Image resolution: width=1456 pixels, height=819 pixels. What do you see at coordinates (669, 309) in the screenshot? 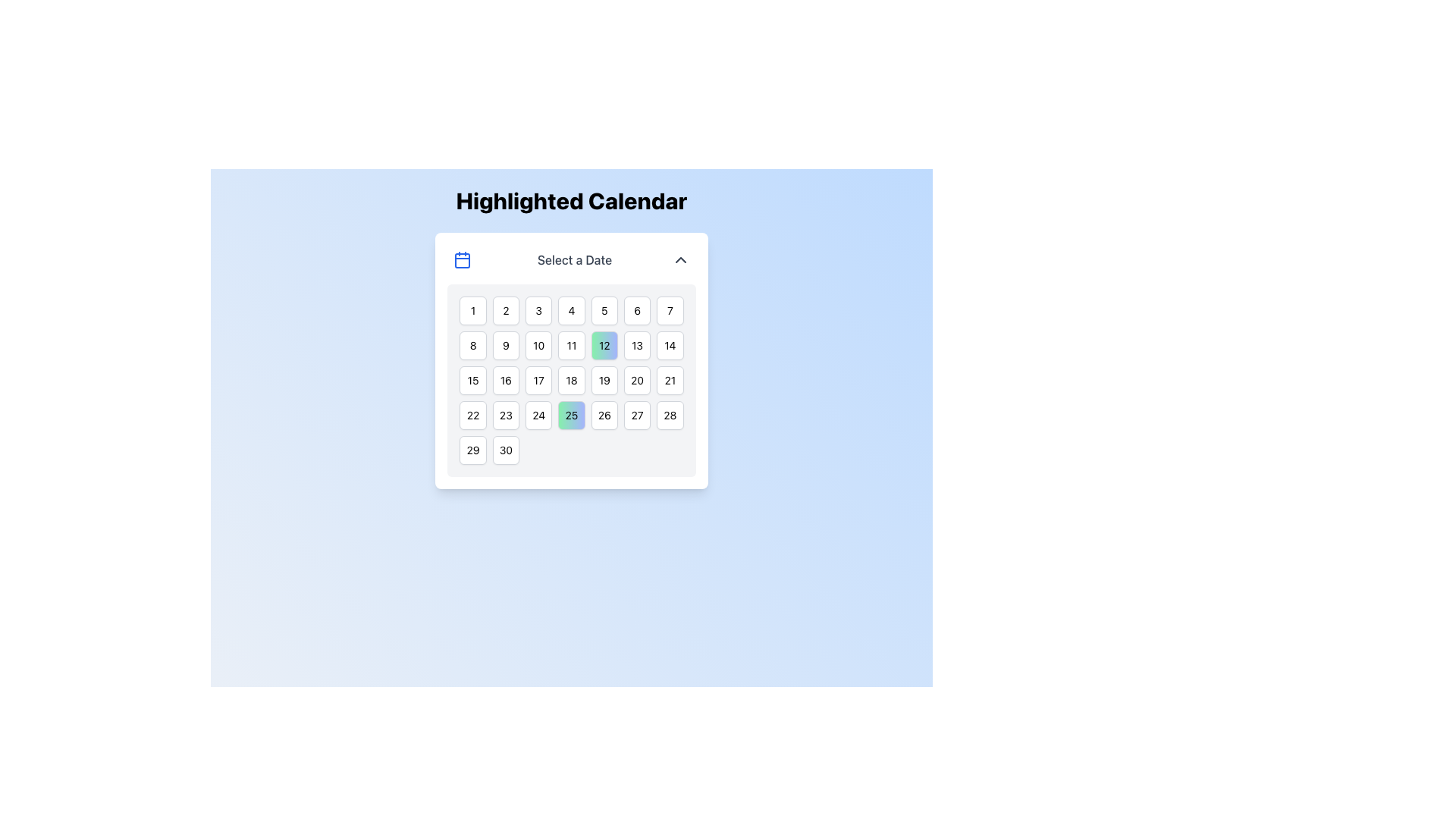
I see `the calendar date button labeled '7'` at bounding box center [669, 309].